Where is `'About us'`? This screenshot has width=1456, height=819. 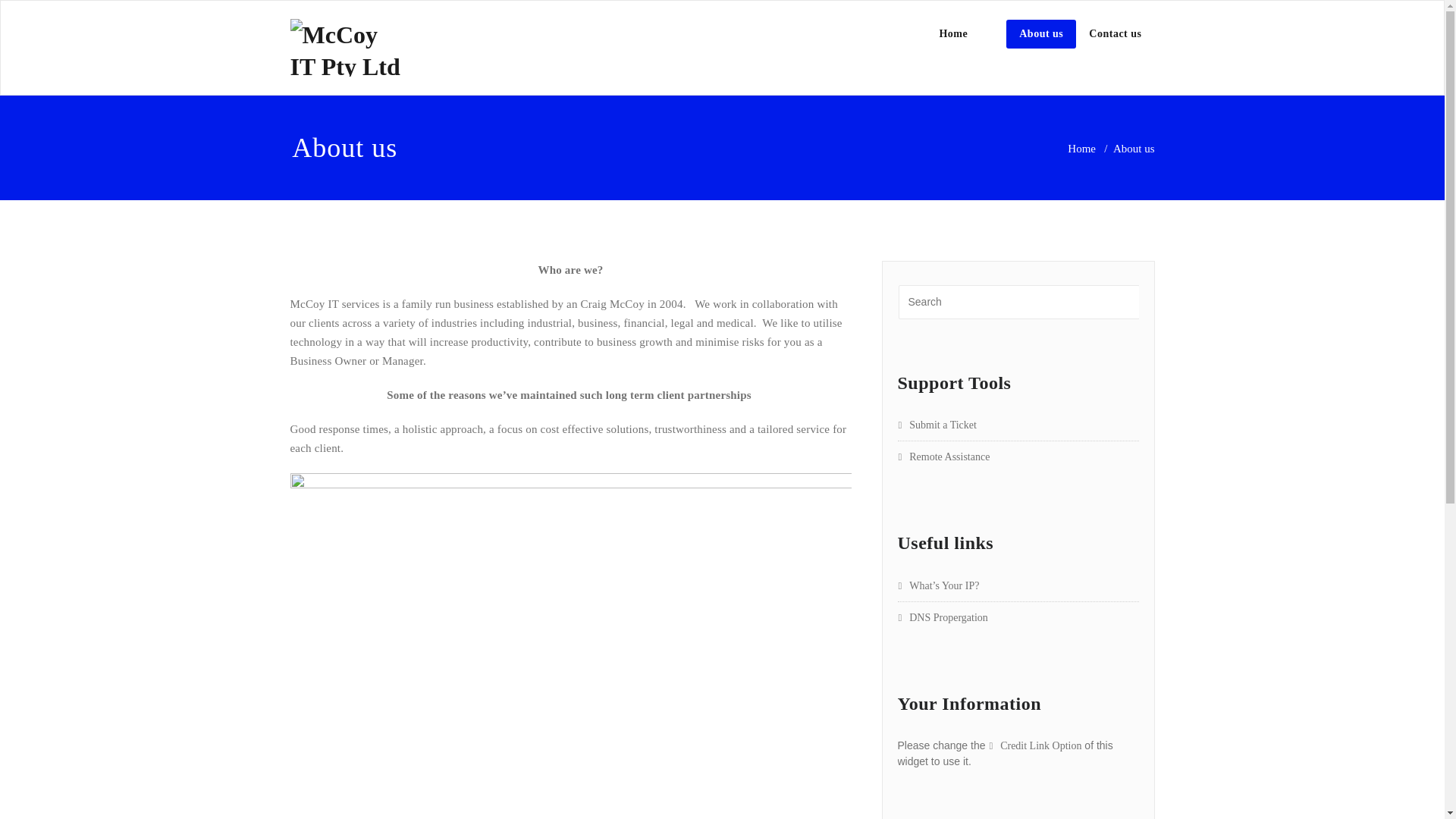 'About us' is located at coordinates (1040, 34).